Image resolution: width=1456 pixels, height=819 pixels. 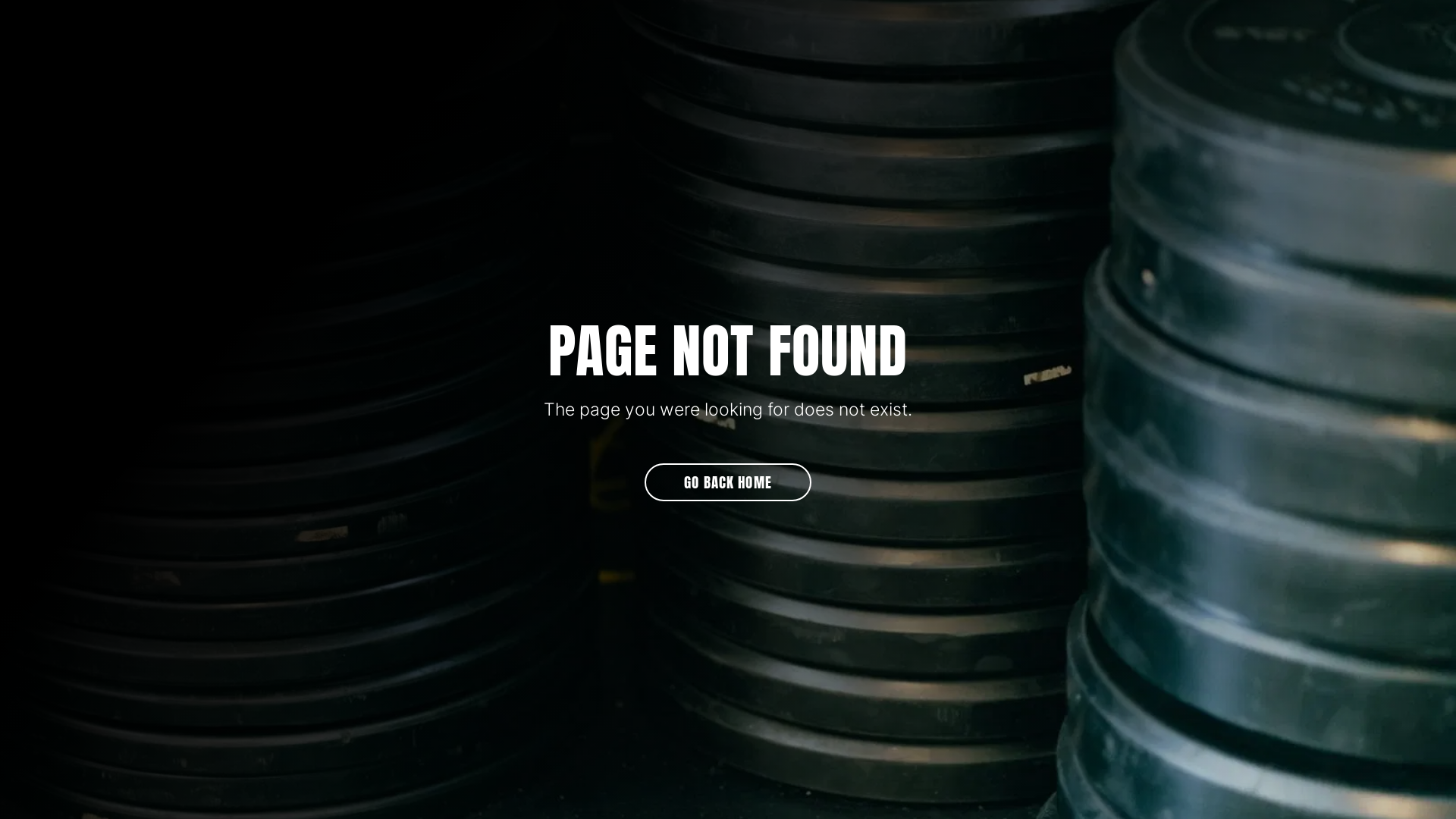 I want to click on 'GO BACK HOME', so click(x=728, y=482).